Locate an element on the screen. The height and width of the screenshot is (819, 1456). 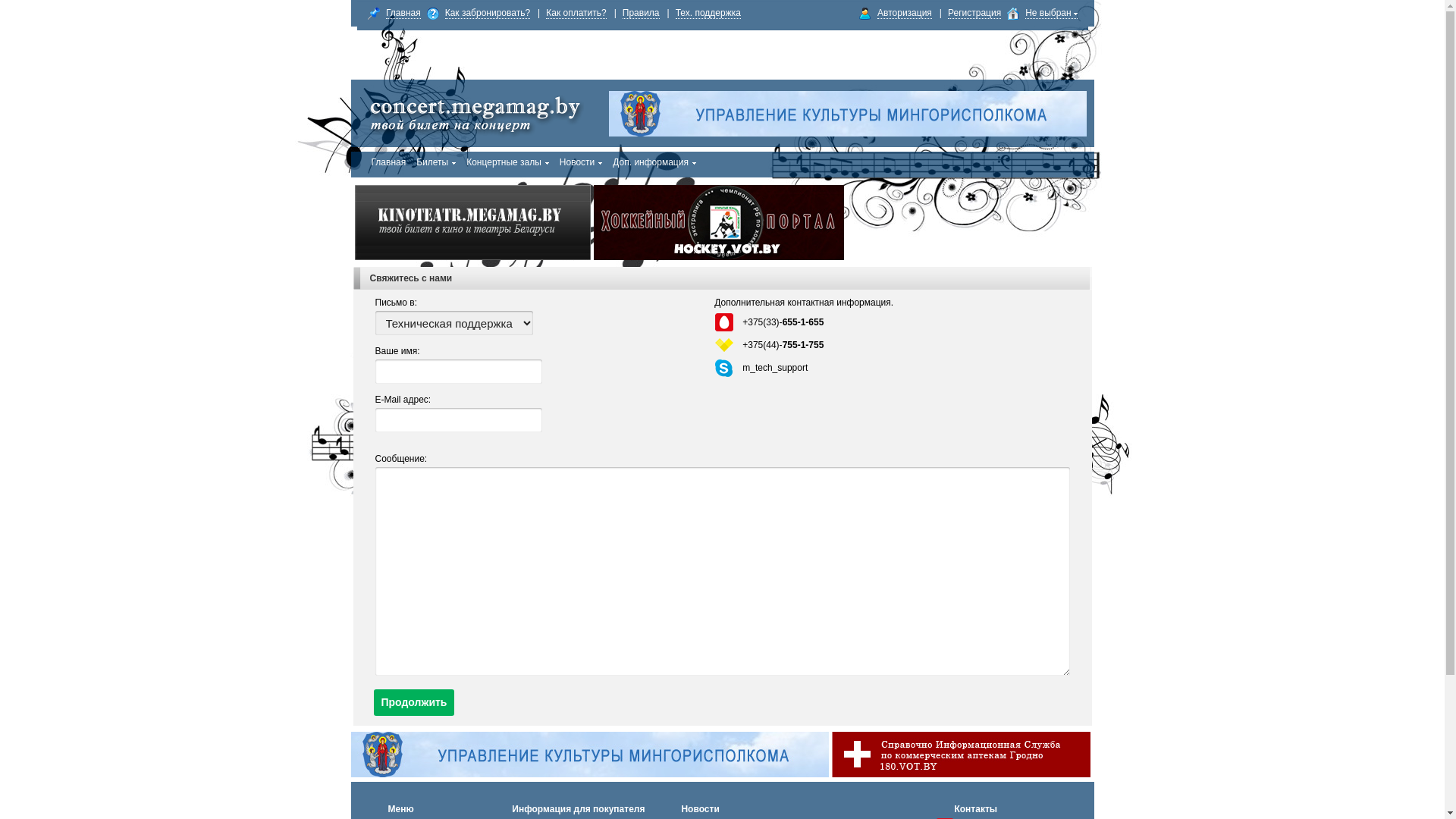
' kinoteatr.megamag.by ' is located at coordinates (472, 222).